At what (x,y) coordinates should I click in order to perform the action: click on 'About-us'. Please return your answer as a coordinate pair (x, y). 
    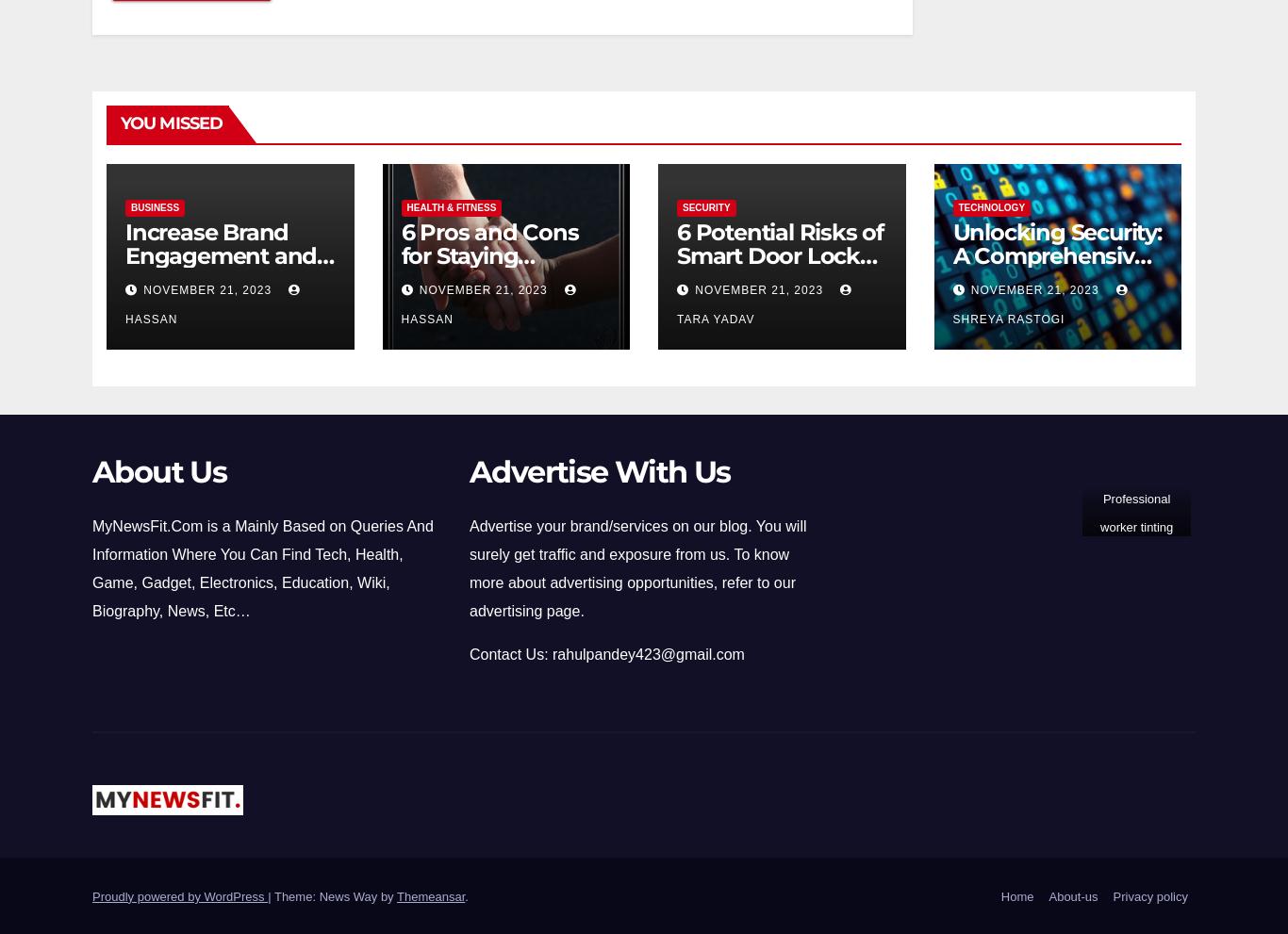
    Looking at the image, I should click on (1072, 895).